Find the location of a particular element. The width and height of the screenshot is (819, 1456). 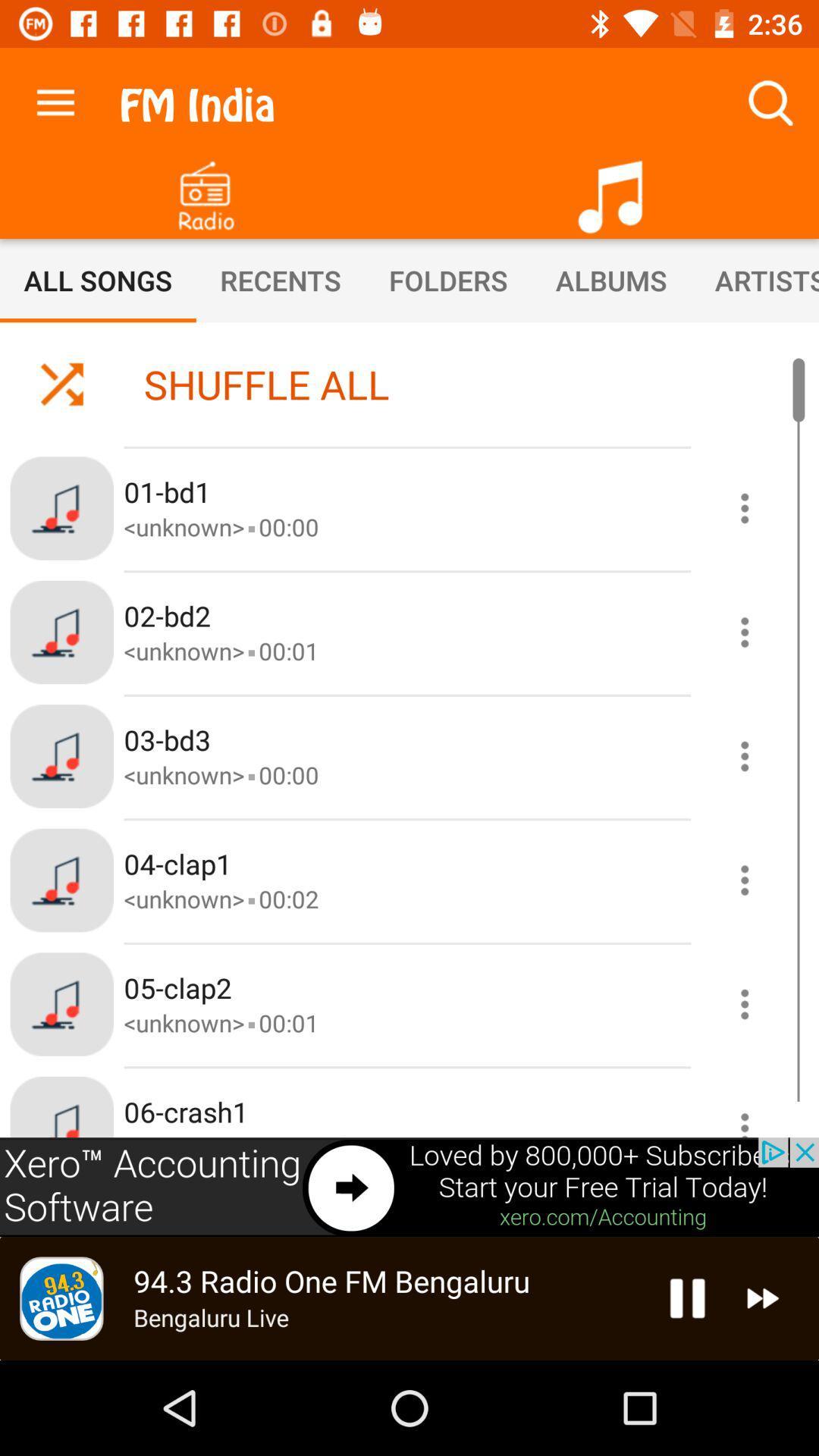

the av_forward icon is located at coordinates (763, 1298).